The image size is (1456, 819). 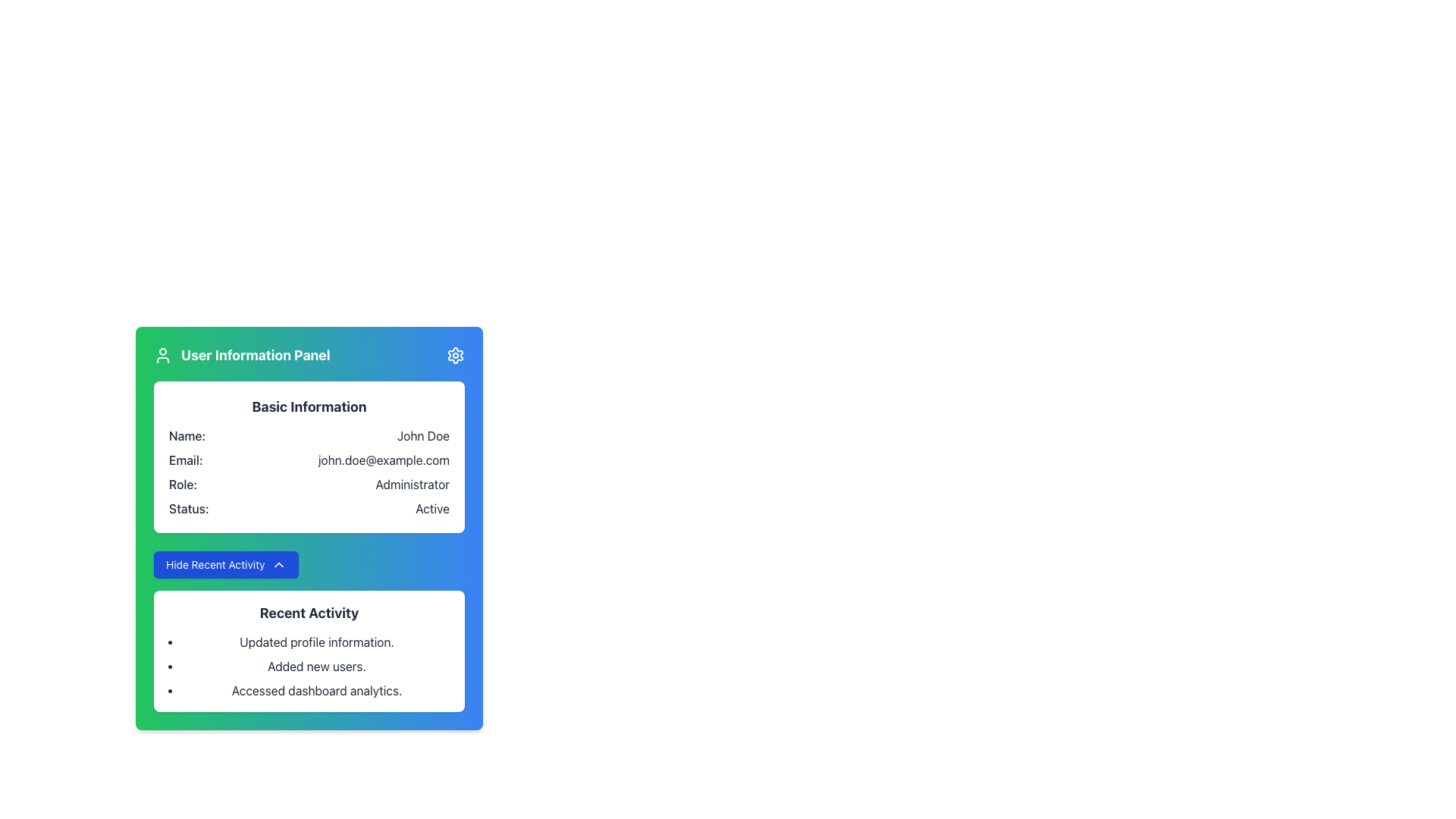 I want to click on the 'Recent Activity' text label element, which is styled in bold black font and positioned at the top of a section listing activities, so click(x=309, y=613).